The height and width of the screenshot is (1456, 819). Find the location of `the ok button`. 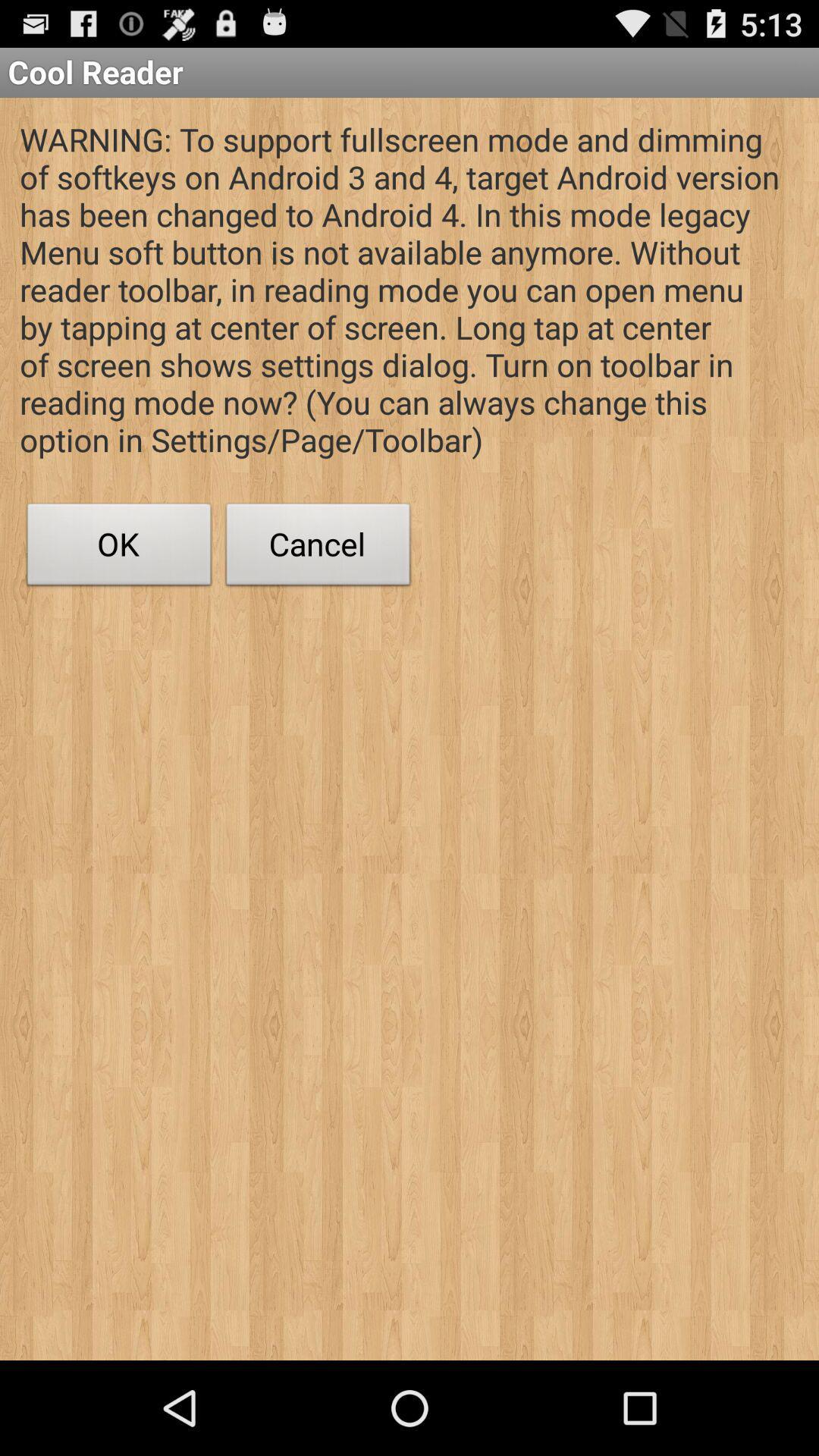

the ok button is located at coordinates (118, 548).